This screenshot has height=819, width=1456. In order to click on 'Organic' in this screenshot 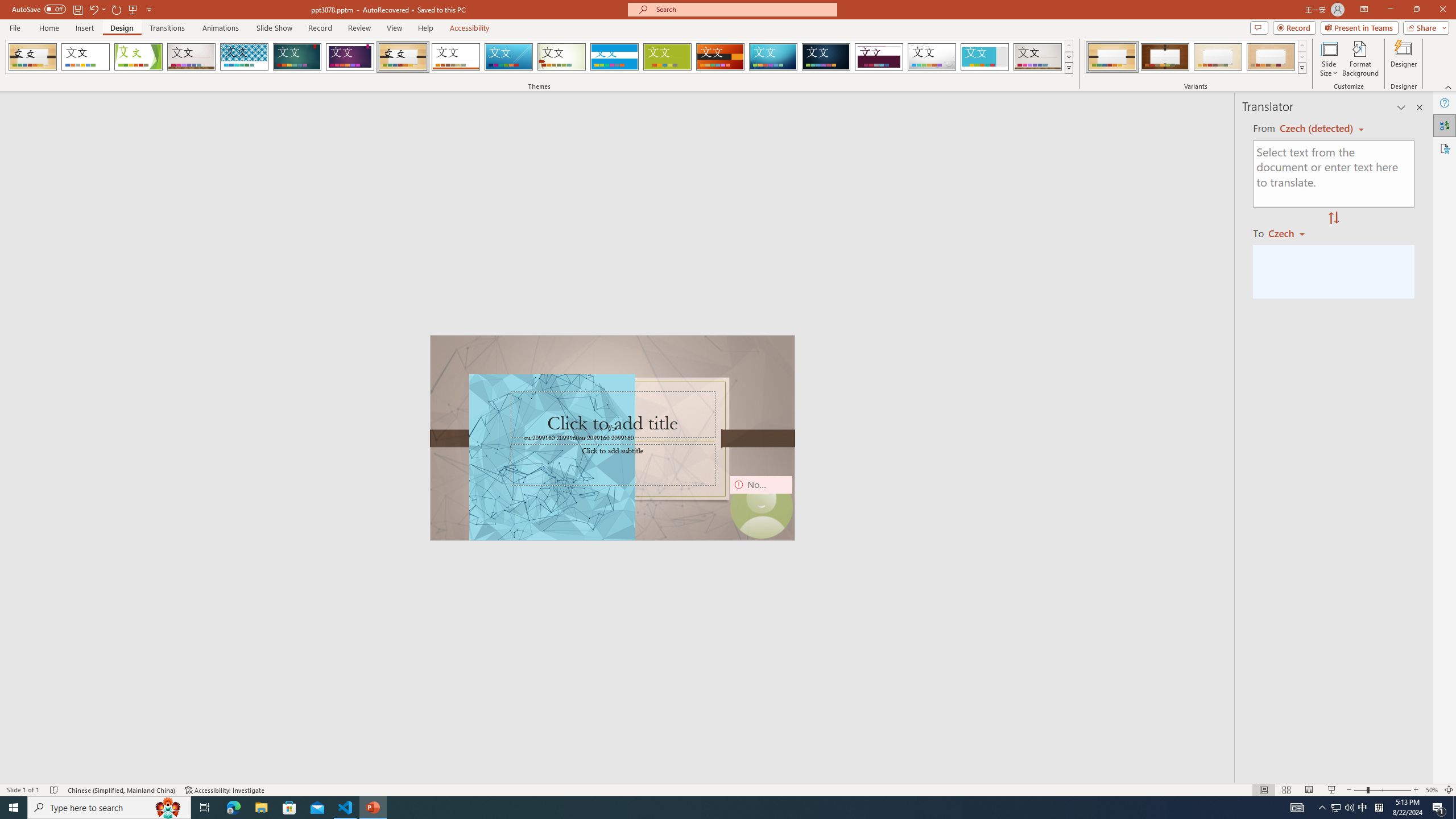, I will do `click(403, 56)`.